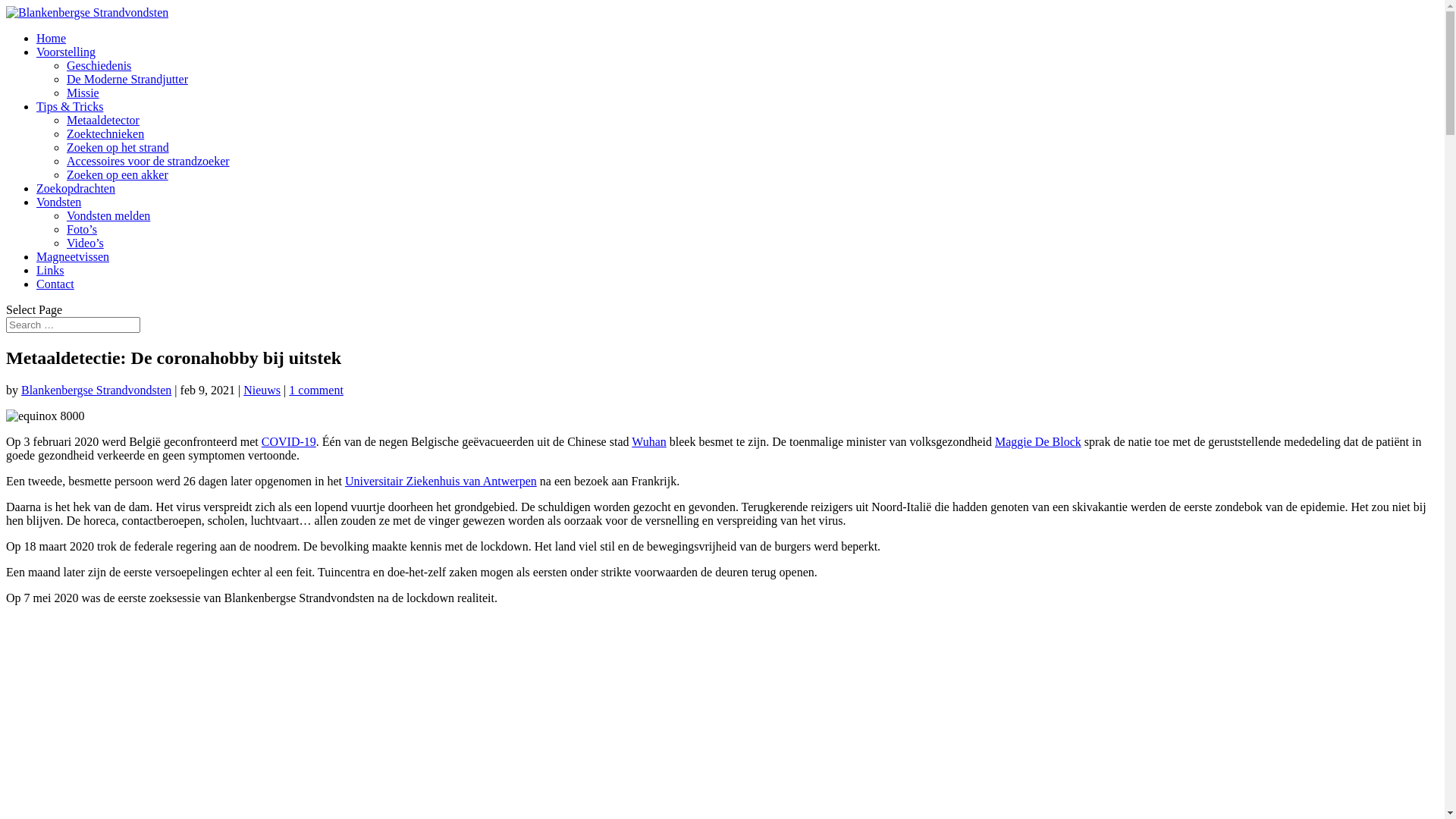 The image size is (1456, 819). What do you see at coordinates (50, 269) in the screenshot?
I see `'Links'` at bounding box center [50, 269].